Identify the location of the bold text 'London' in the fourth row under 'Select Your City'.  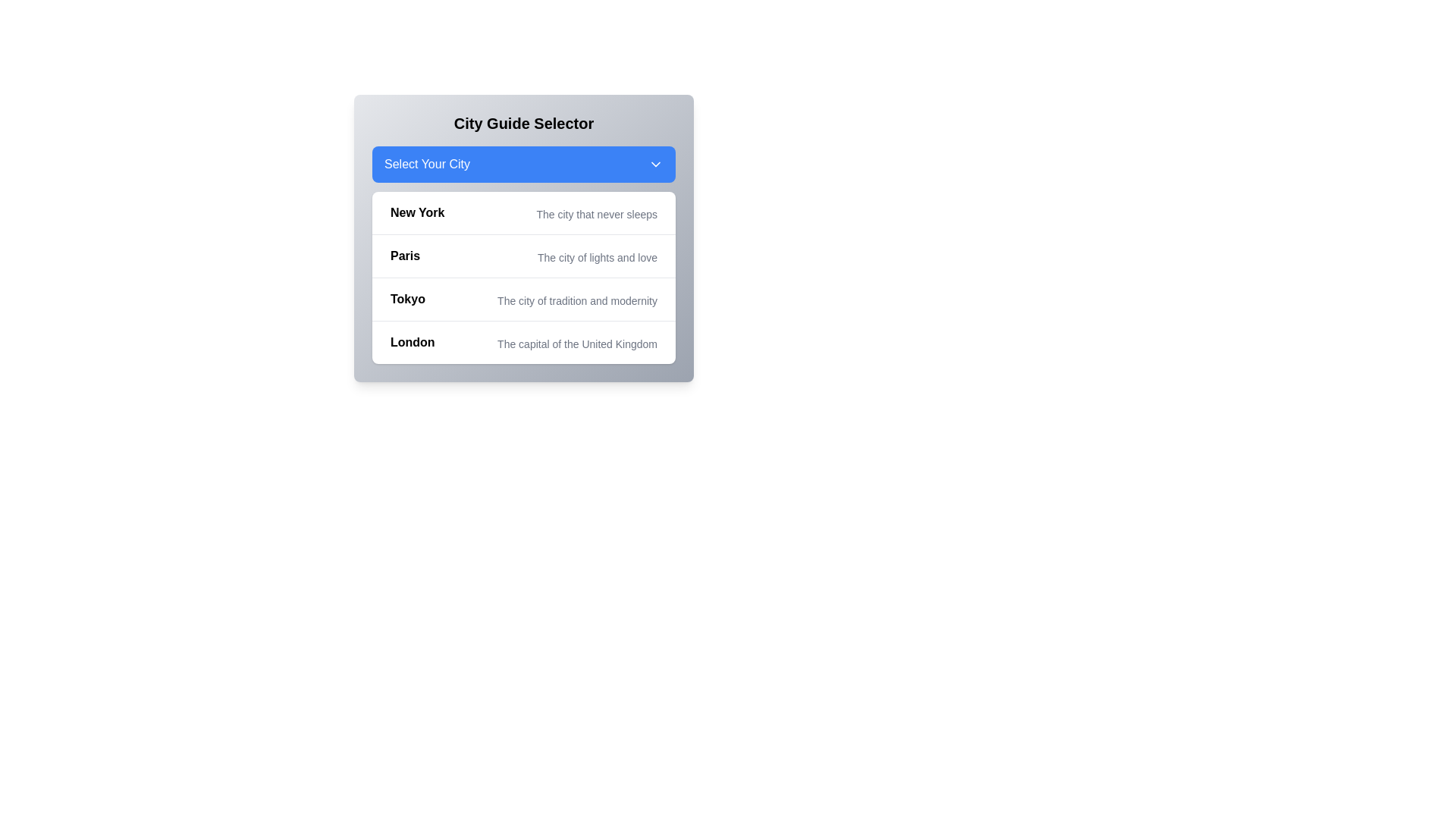
(412, 342).